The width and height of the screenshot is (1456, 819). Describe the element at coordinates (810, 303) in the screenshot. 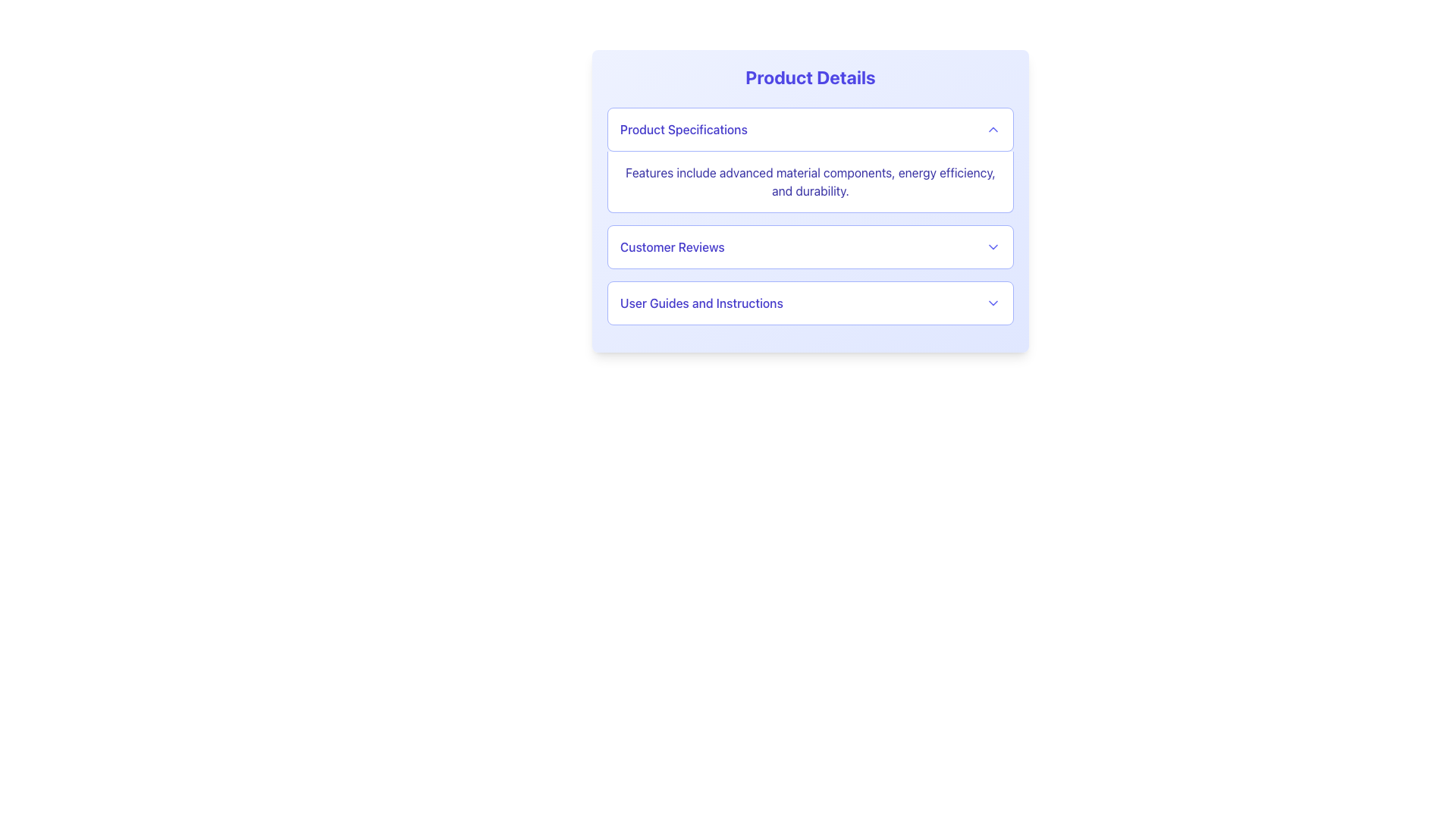

I see `the 'User Guides and Instructions' collapsible button located in the 'Product Details' section` at that location.